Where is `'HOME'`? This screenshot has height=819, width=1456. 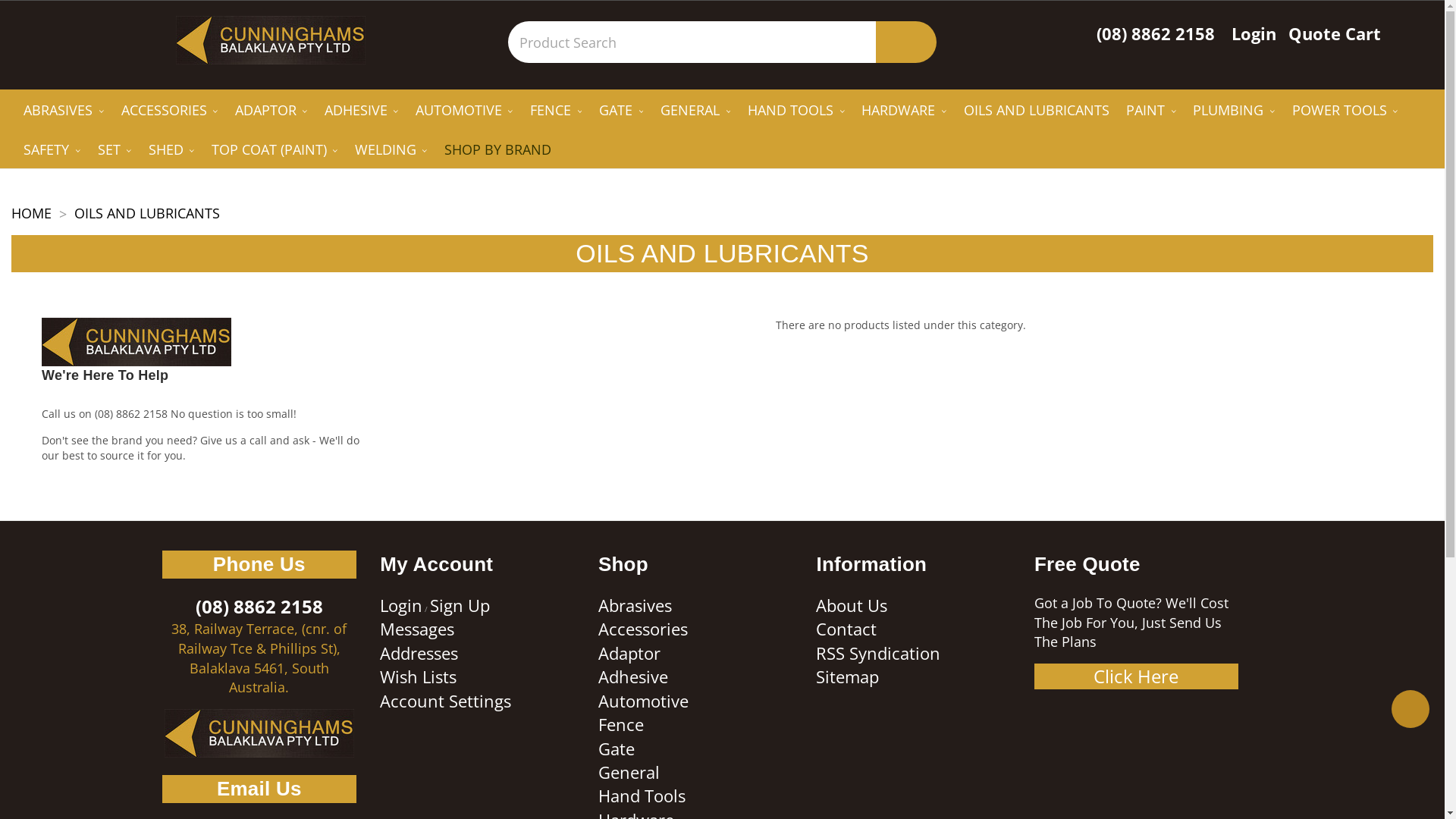 'HOME' is located at coordinates (11, 213).